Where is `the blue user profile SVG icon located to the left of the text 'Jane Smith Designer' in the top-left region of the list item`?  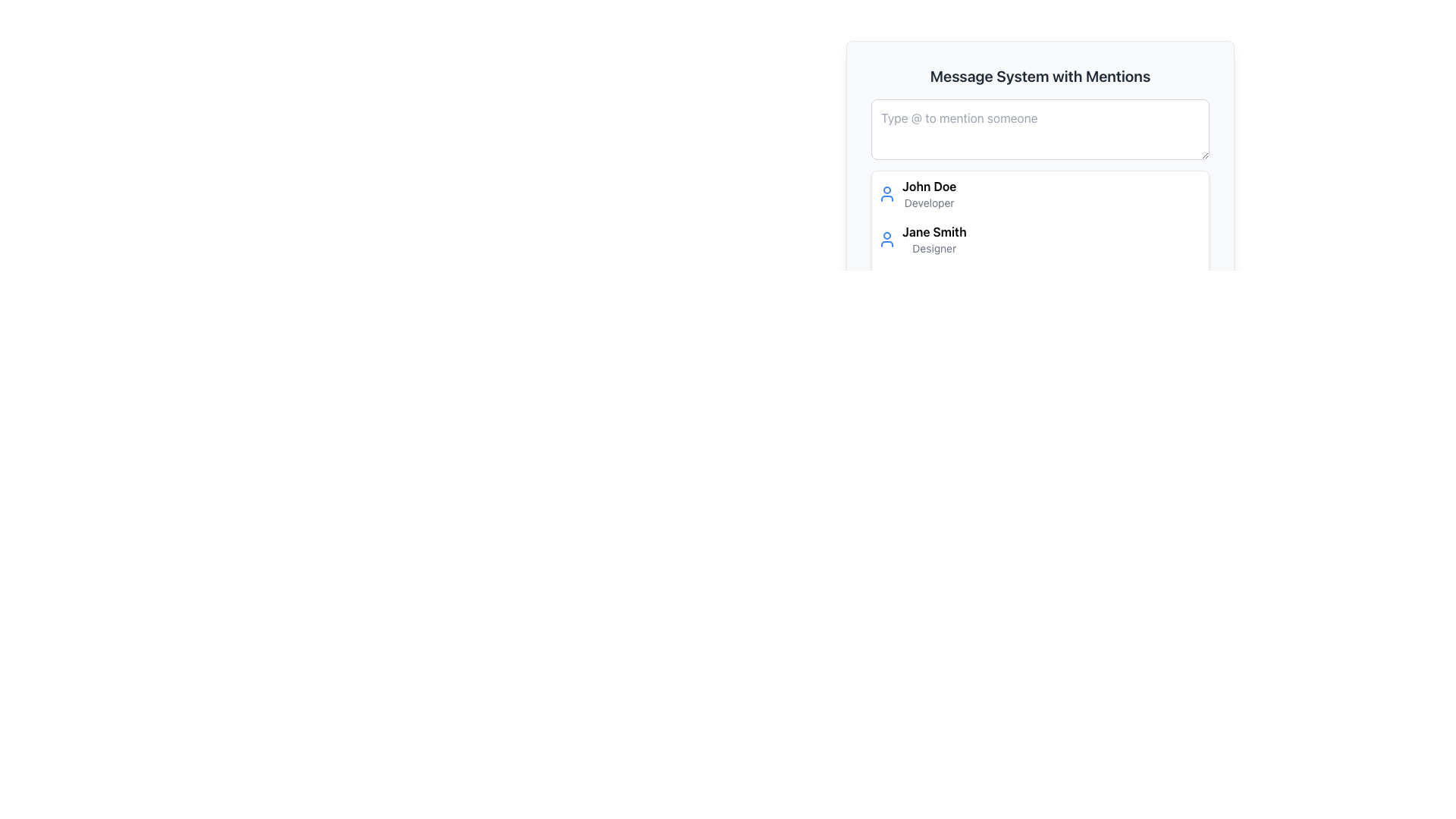
the blue user profile SVG icon located to the left of the text 'Jane Smith Designer' in the top-left region of the list item is located at coordinates (887, 239).